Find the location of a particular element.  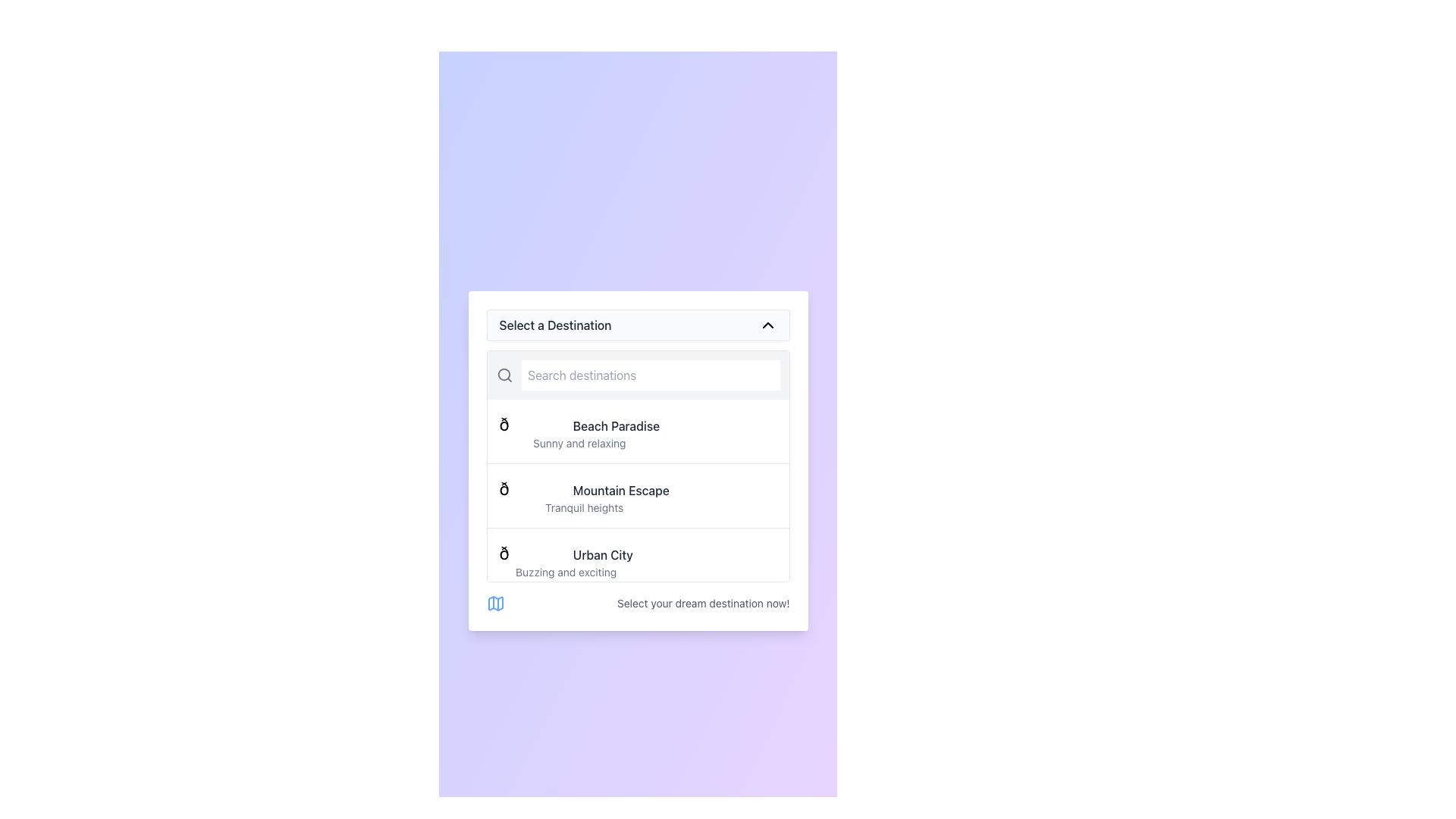

the filled dot SVG Circle Element that is part of the magnifying glass icon, located next to the search input field at the top of the destination selection interface is located at coordinates (504, 375).